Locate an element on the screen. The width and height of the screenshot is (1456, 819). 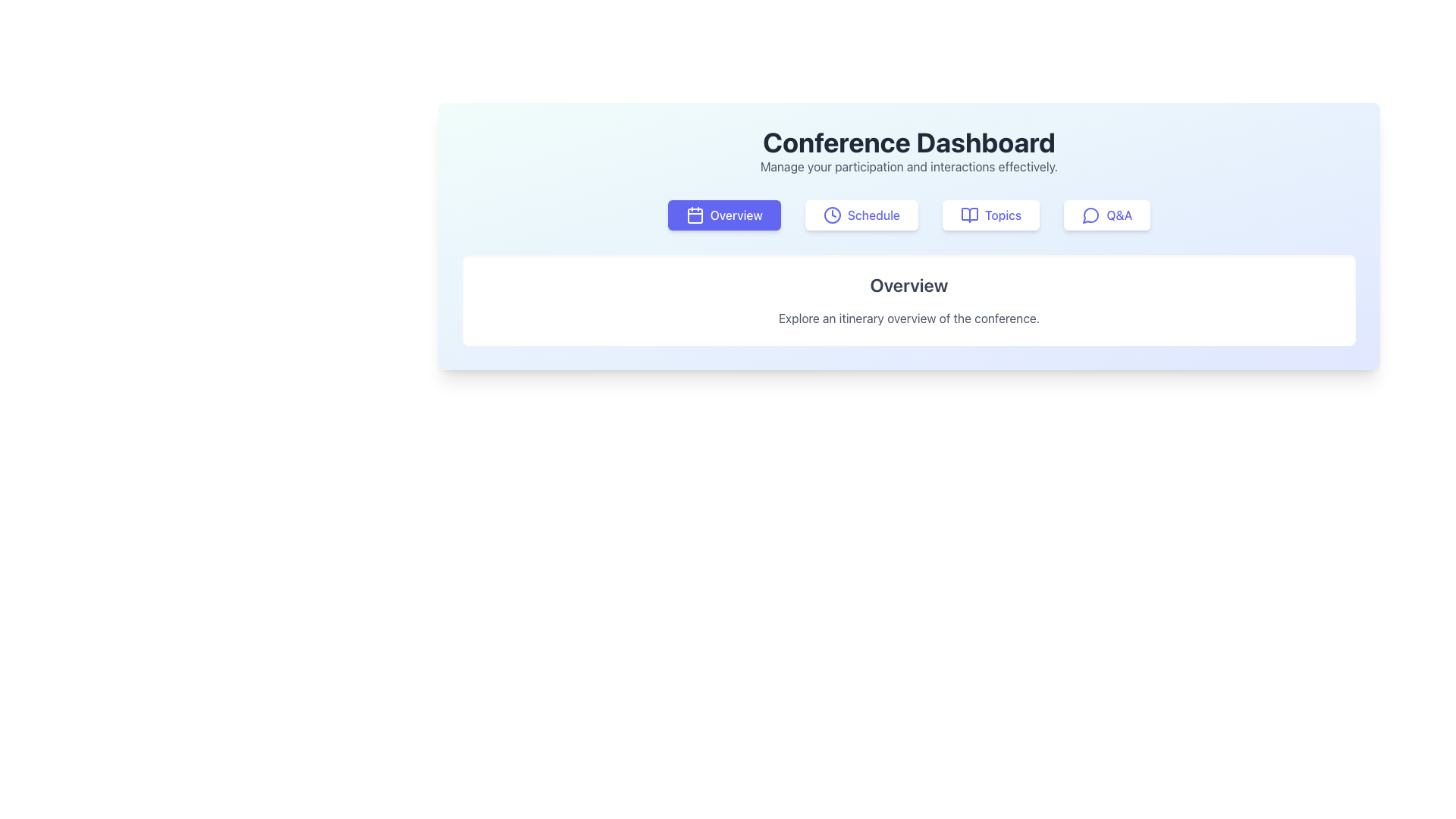
the clock icon located on the left side of the 'Schedule' button, which is situated between the 'Overview' button and the 'Topics' button near the top center of the interface is located at coordinates (831, 215).